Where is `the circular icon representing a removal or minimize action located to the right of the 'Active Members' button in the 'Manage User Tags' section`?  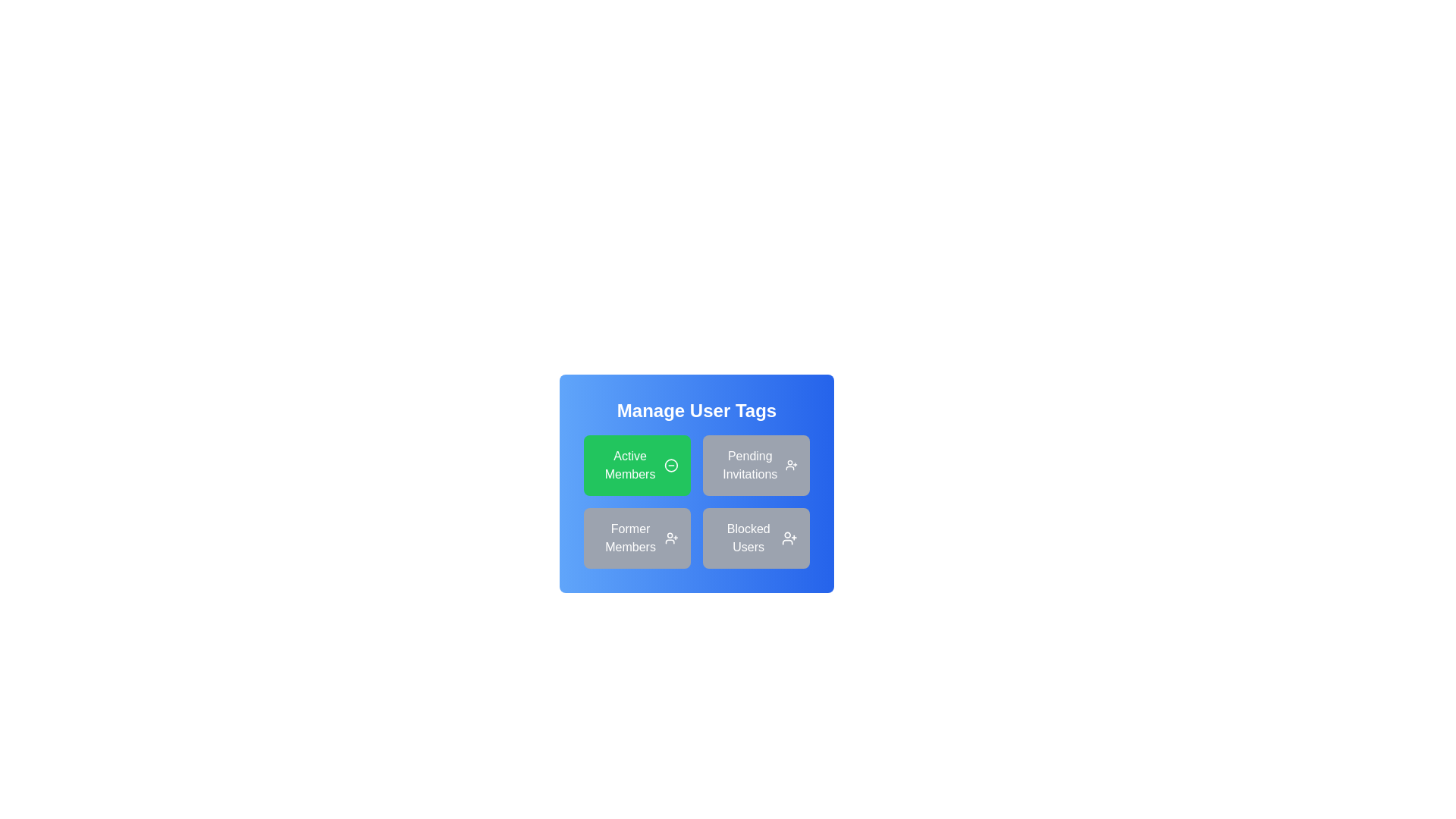 the circular icon representing a removal or minimize action located to the right of the 'Active Members' button in the 'Manage User Tags' section is located at coordinates (670, 464).